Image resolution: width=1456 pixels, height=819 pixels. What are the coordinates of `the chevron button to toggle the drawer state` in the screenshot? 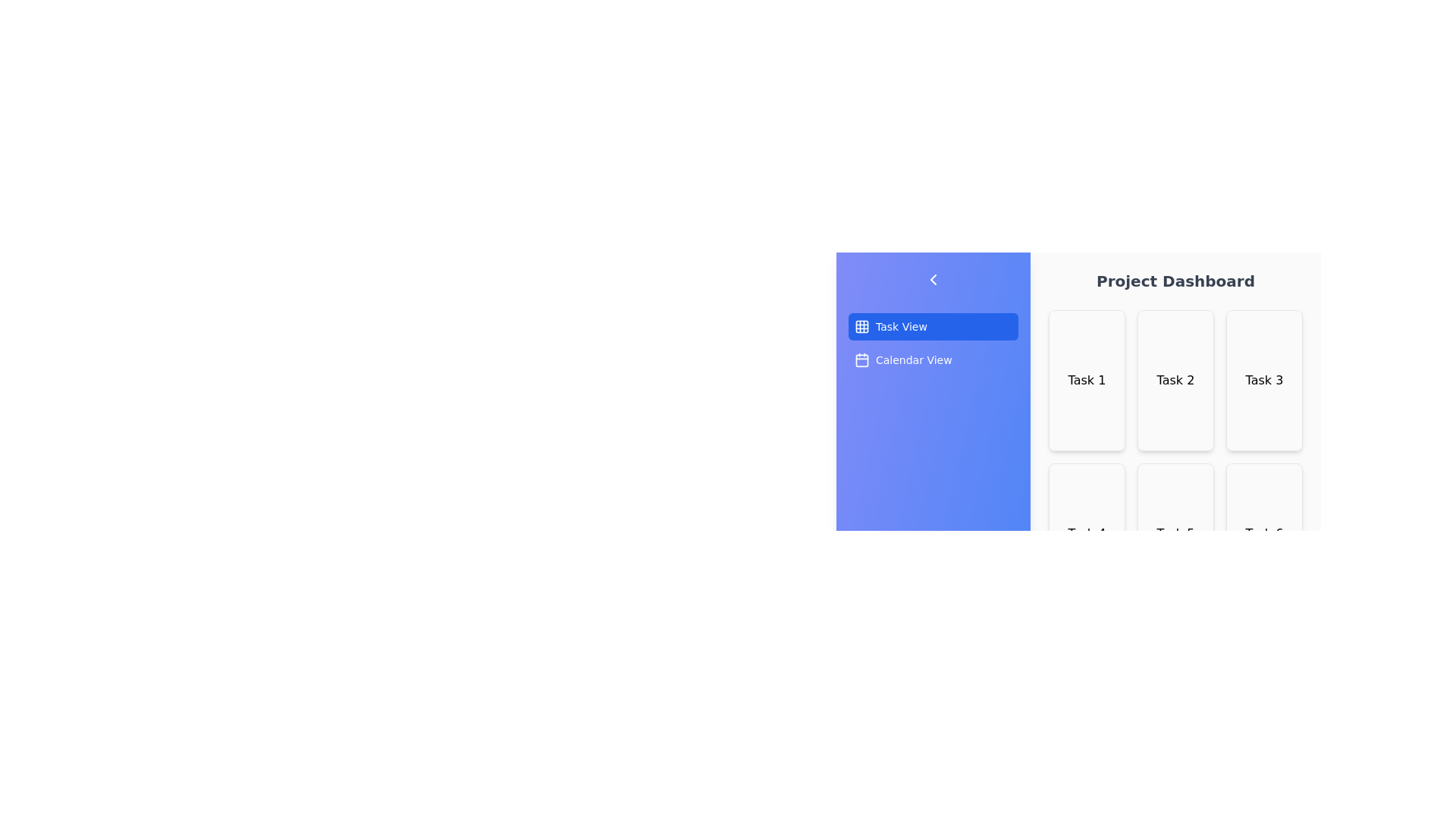 It's located at (932, 280).